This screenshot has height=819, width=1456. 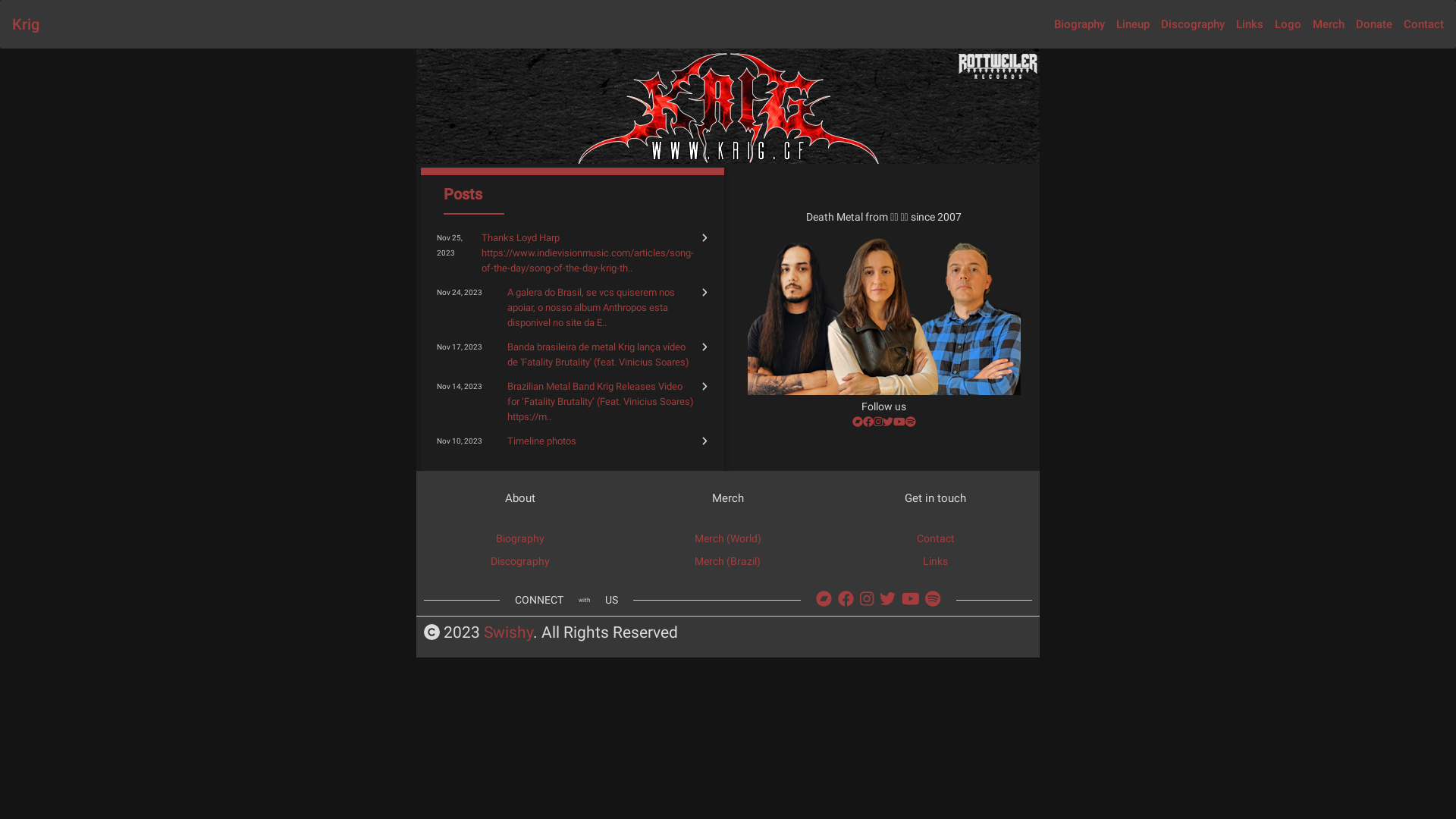 I want to click on 'Bandcamp', so click(x=823, y=598).